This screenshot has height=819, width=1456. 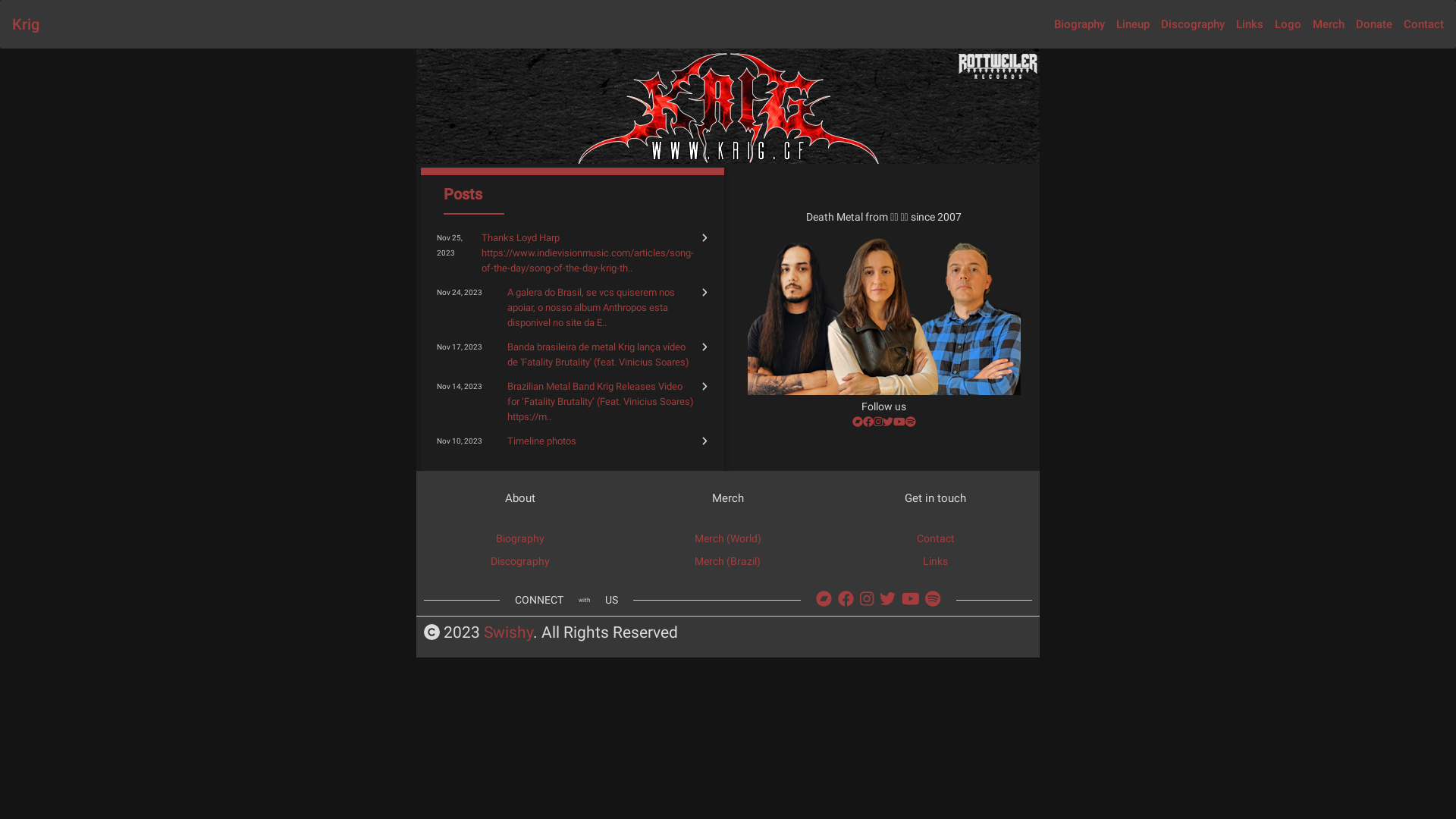 I want to click on 'Bandcamp', so click(x=823, y=598).